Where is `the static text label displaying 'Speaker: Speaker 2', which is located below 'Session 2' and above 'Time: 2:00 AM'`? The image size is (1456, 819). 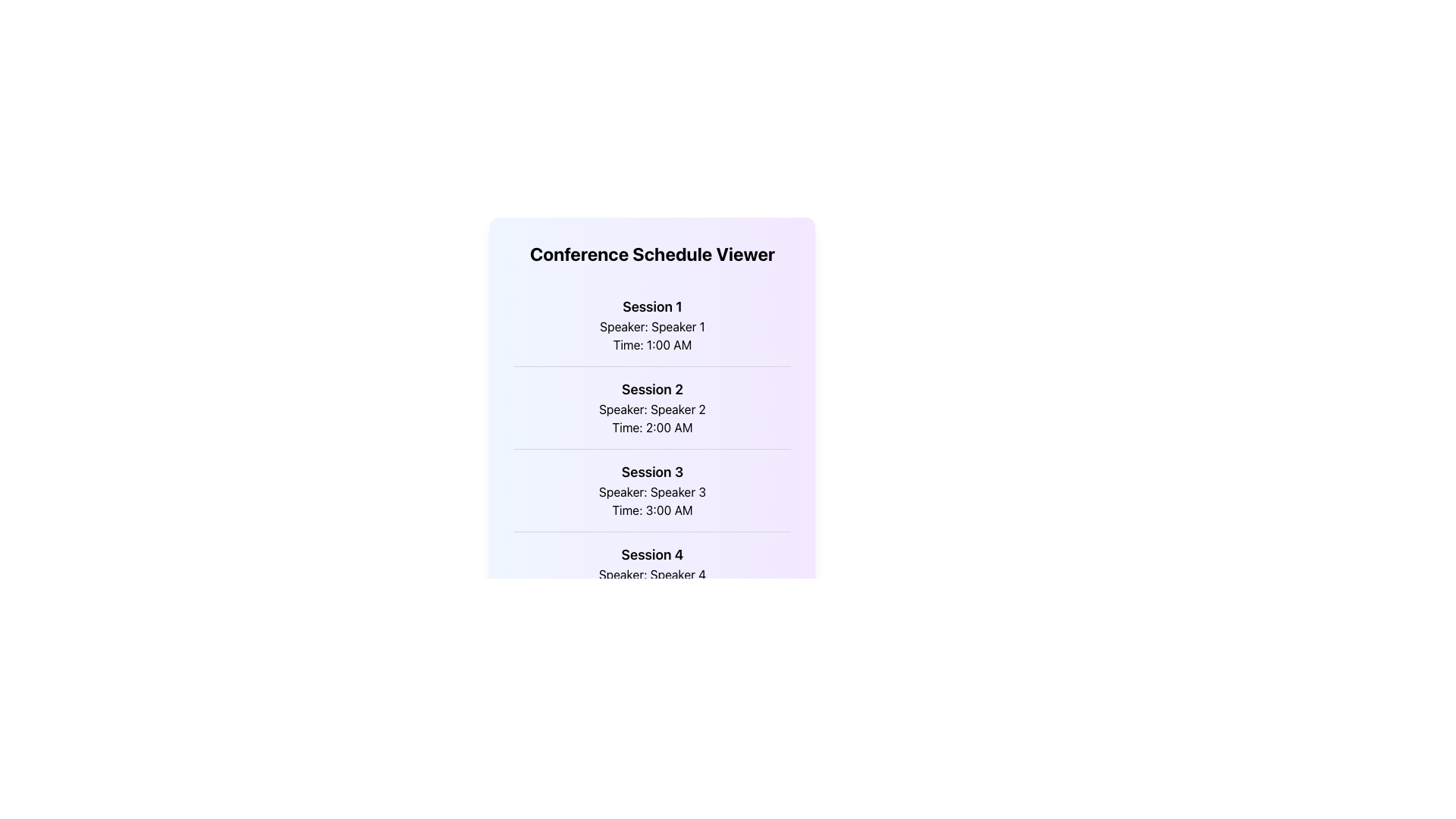 the static text label displaying 'Speaker: Speaker 2', which is located below 'Session 2' and above 'Time: 2:00 AM' is located at coordinates (652, 409).